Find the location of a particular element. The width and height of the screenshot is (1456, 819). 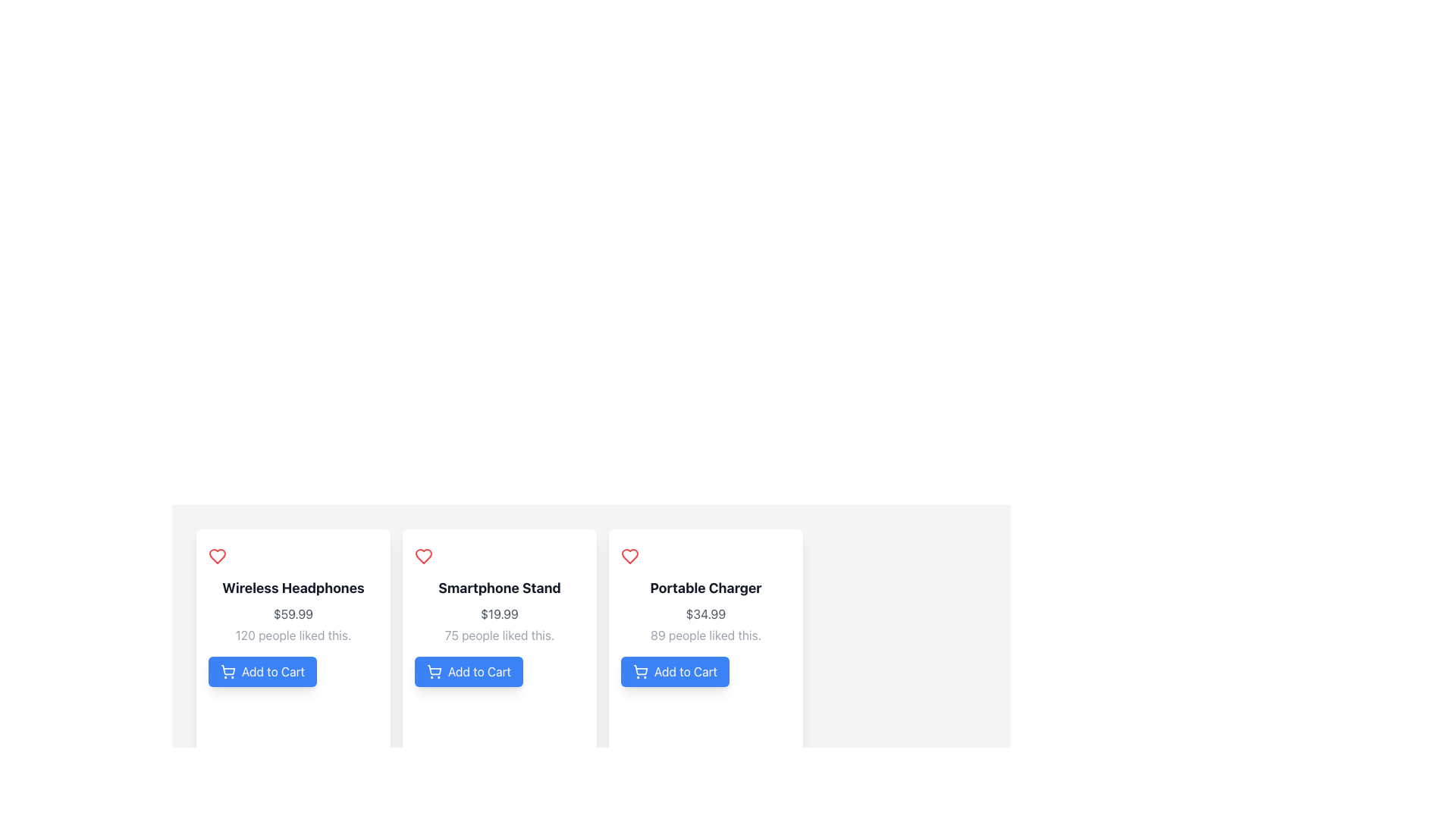

the Static Text Label displaying the price '$34.99', which is located in the card section under the title 'Portable Charger' is located at coordinates (705, 614).